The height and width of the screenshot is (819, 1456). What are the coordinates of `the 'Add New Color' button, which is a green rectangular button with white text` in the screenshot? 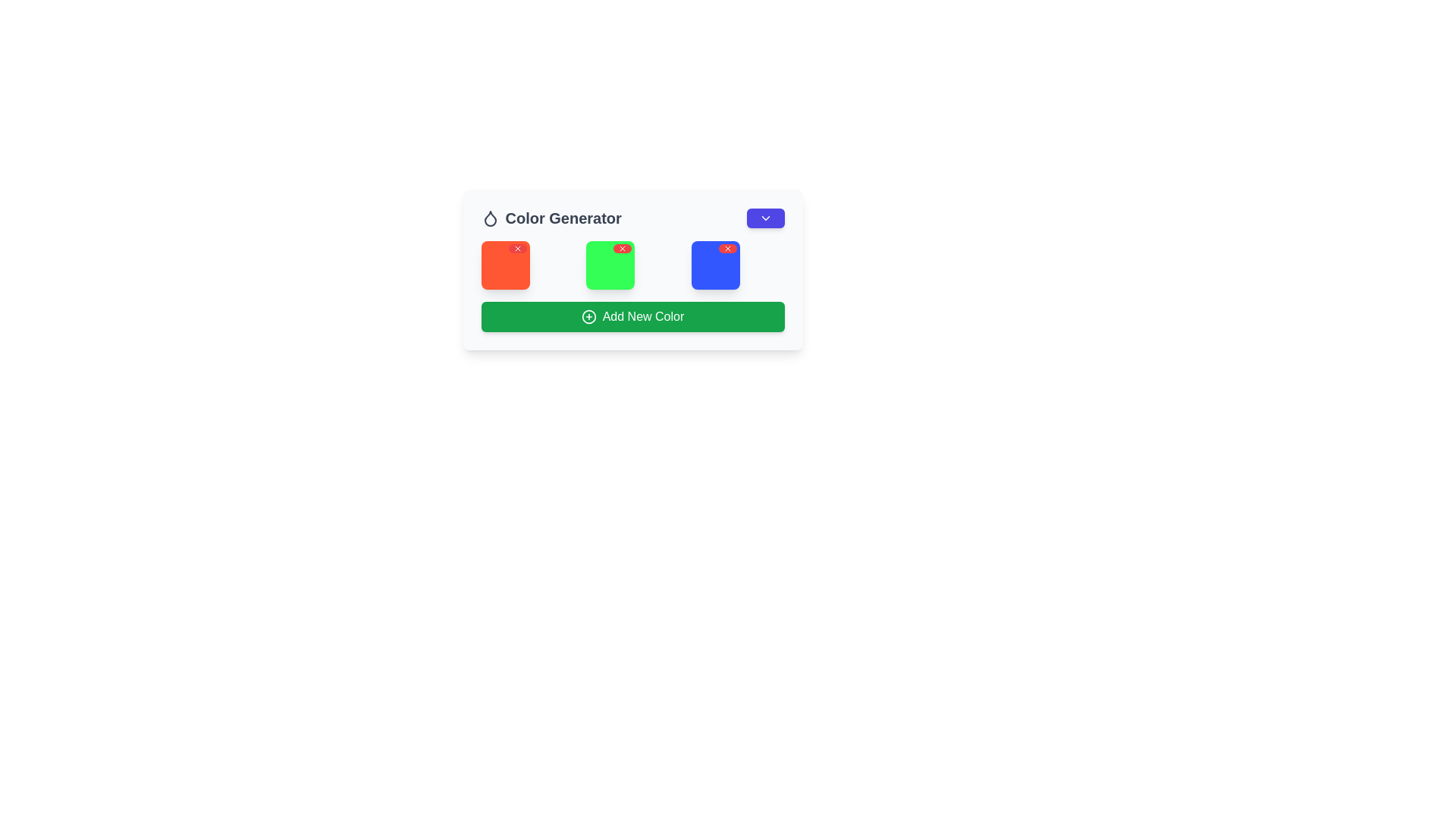 It's located at (643, 315).